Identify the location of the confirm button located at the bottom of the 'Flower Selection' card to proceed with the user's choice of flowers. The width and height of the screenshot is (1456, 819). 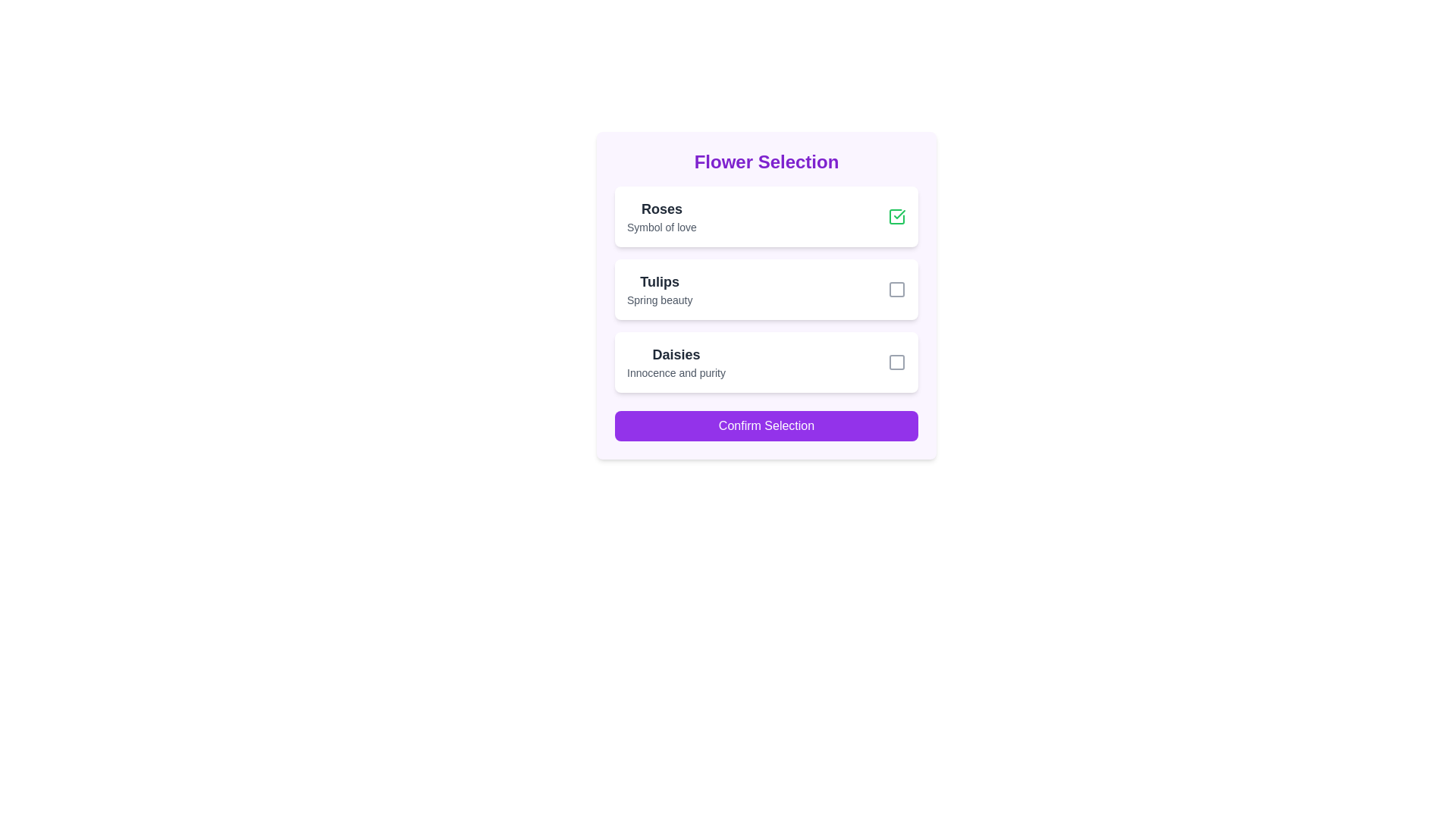
(767, 426).